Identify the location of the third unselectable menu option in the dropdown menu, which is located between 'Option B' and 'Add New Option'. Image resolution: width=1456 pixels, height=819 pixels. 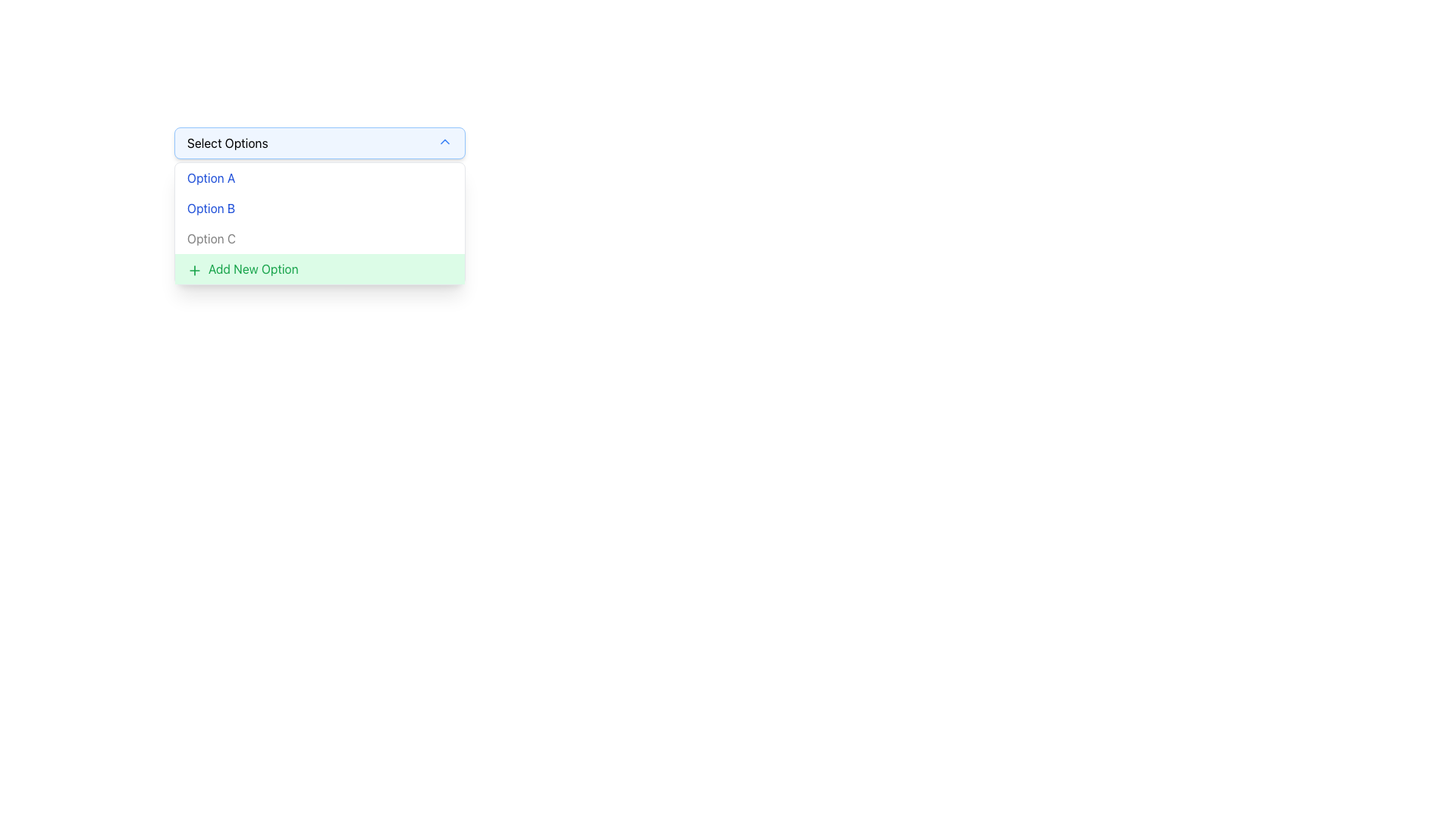
(319, 239).